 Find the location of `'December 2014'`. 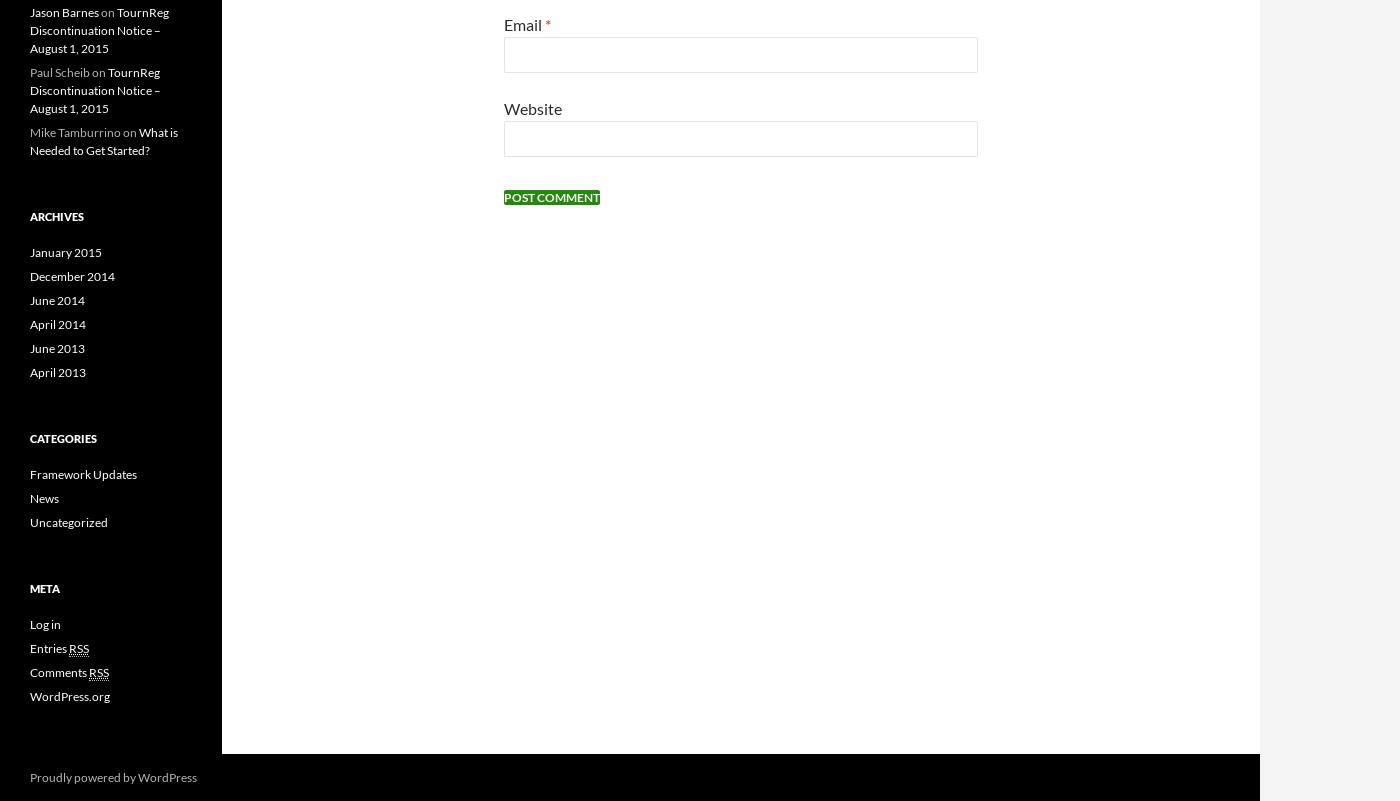

'December 2014' is located at coordinates (72, 274).